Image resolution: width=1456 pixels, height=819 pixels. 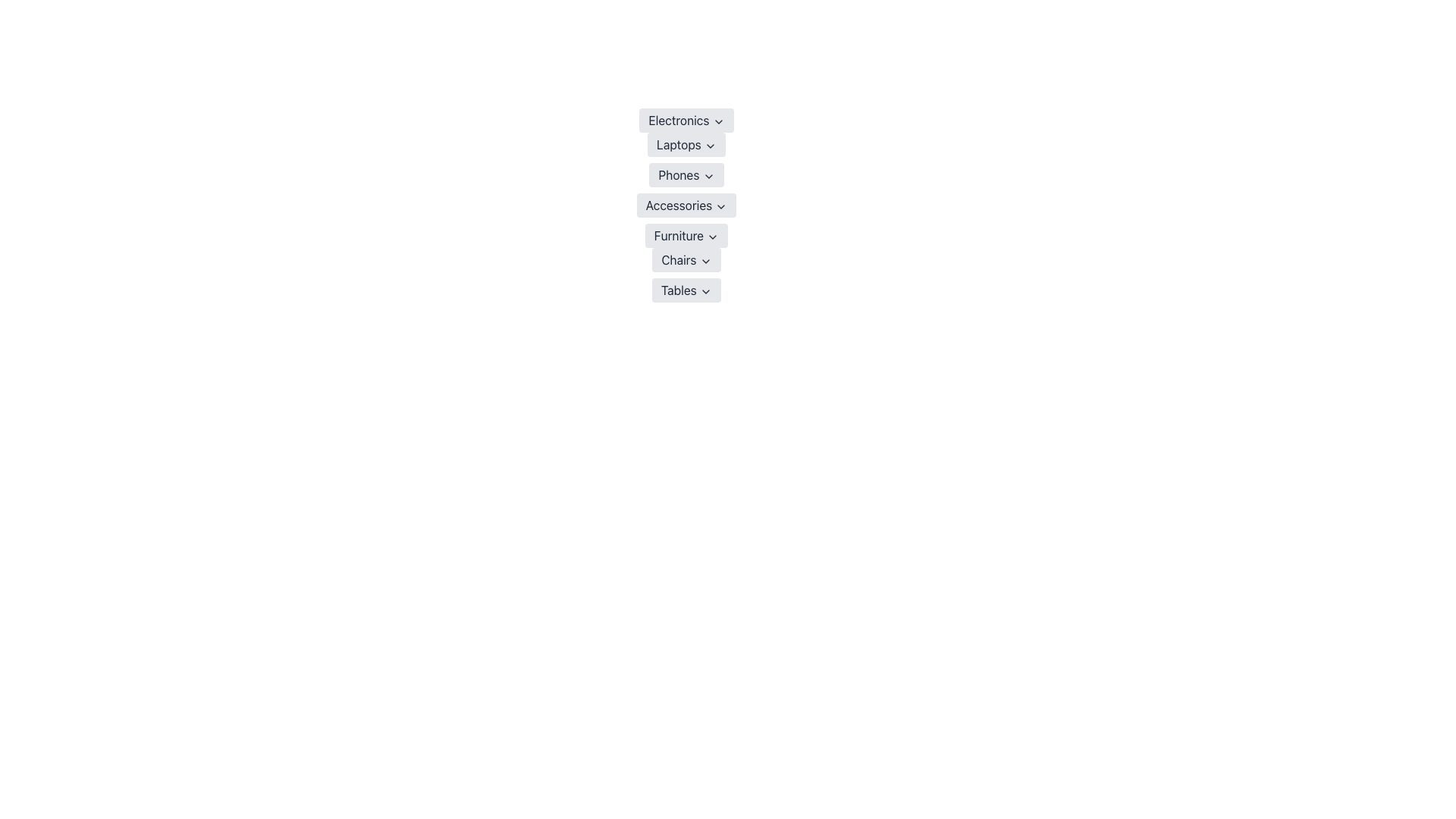 What do you see at coordinates (686, 174) in the screenshot?
I see `the 'Phones' dropdown button, which is the third item in the category list` at bounding box center [686, 174].